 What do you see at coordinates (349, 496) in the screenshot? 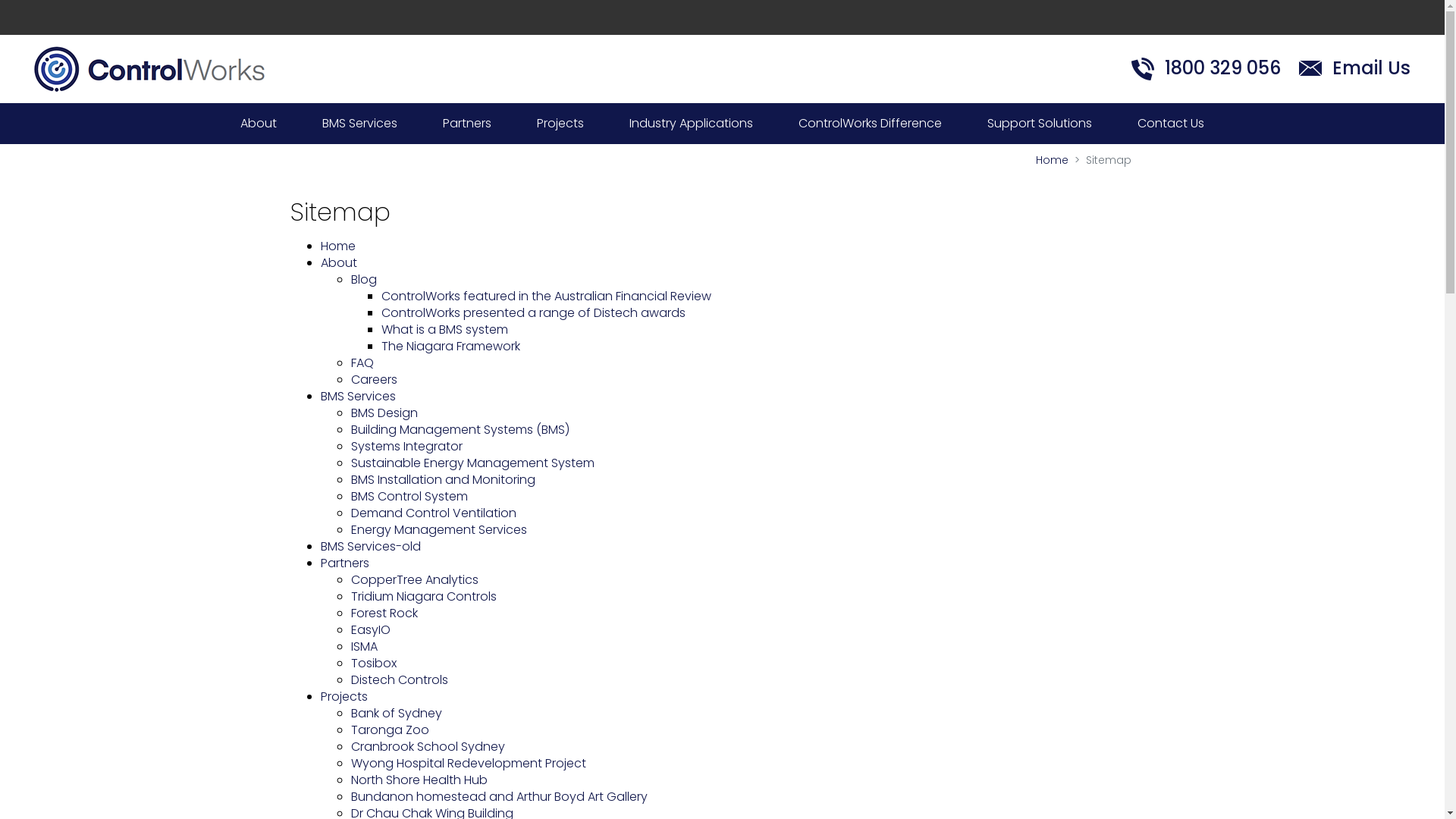
I see `'BMS Control System'` at bounding box center [349, 496].